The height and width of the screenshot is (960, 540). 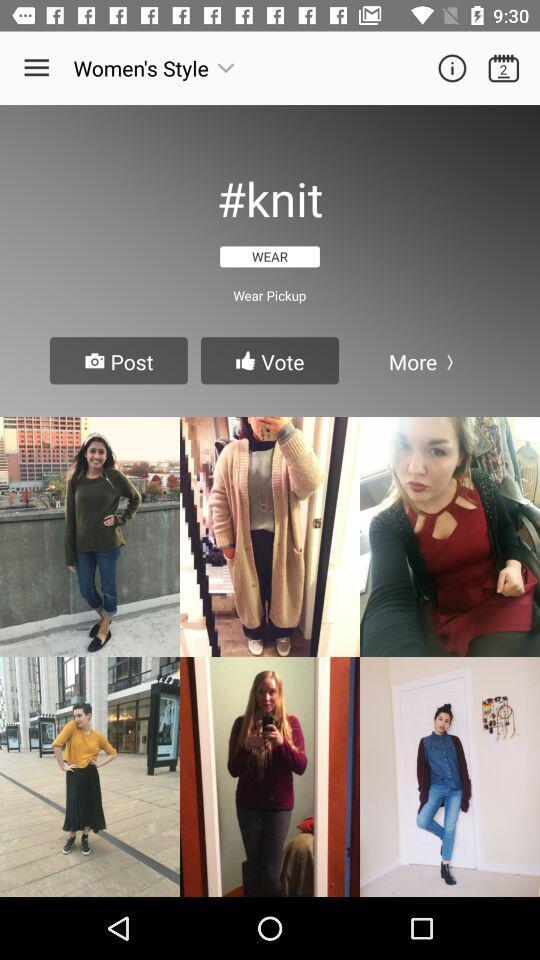 What do you see at coordinates (502, 68) in the screenshot?
I see `calendar option` at bounding box center [502, 68].